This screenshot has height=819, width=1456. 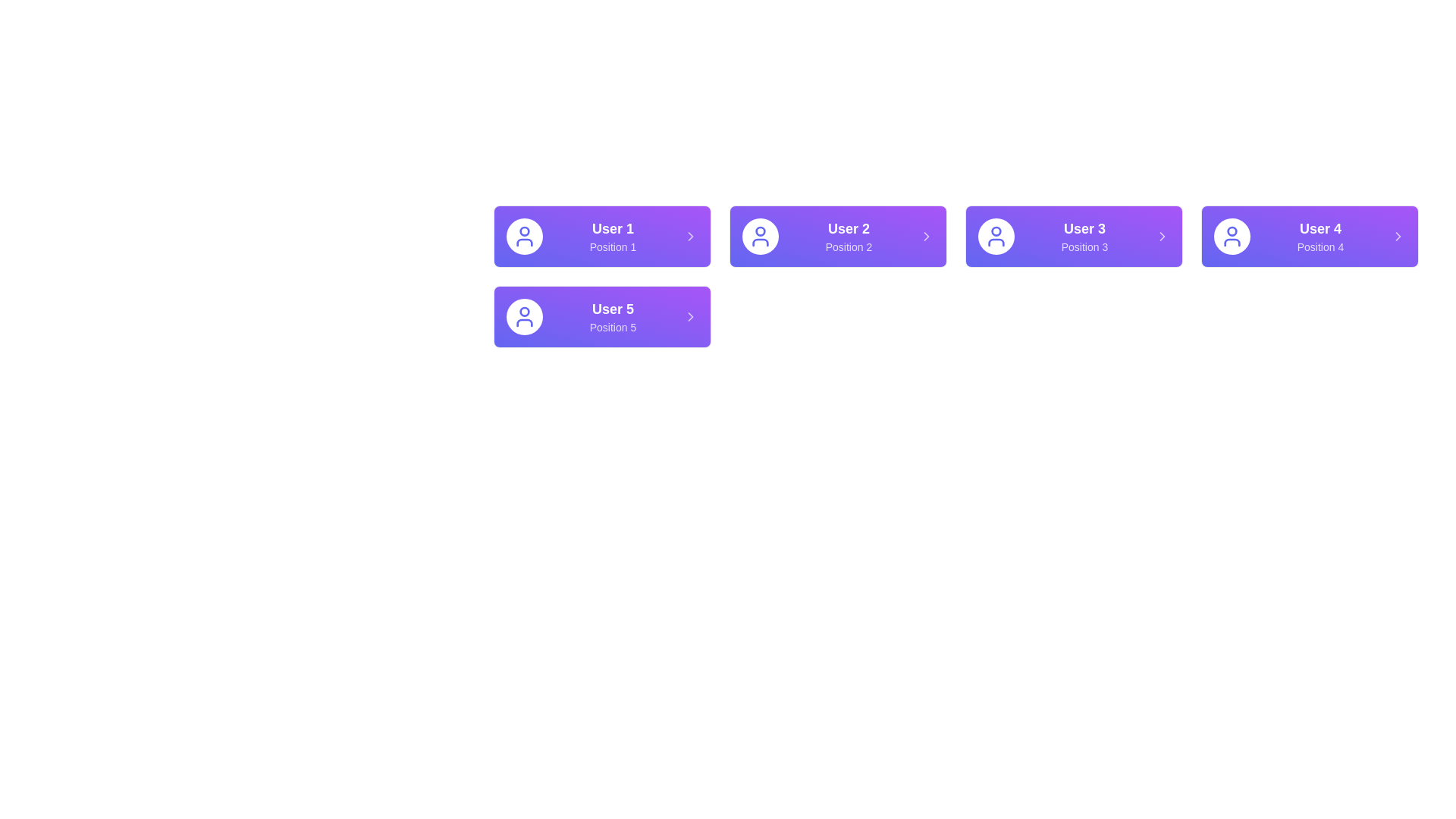 What do you see at coordinates (1309, 237) in the screenshot?
I see `the fourth card in the top row of user cards, which contains 'User 4' and 'Position 4'` at bounding box center [1309, 237].